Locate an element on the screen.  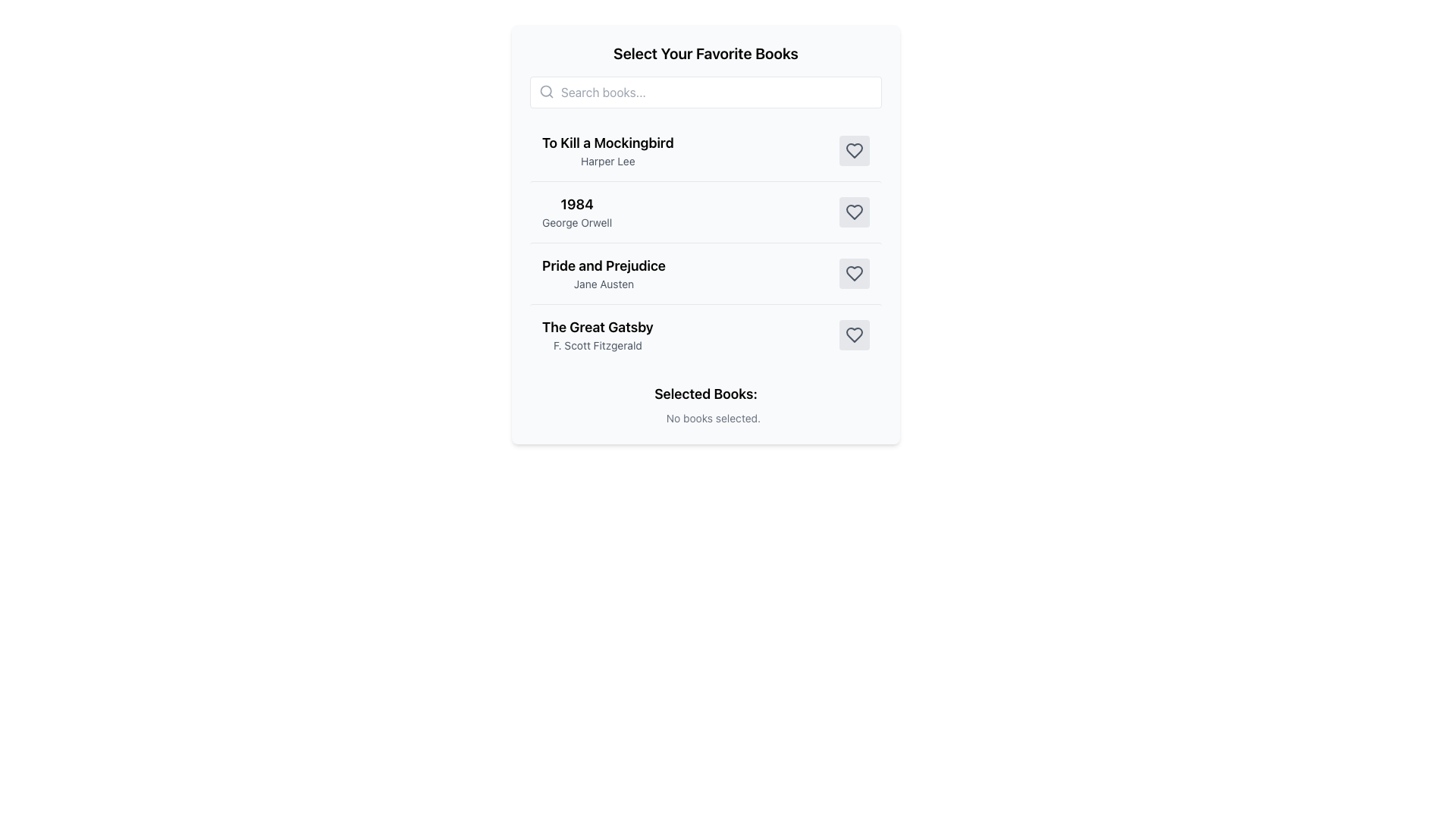
the favorite button with a heart icon associated with the book '1984' by George Orwell is located at coordinates (855, 212).